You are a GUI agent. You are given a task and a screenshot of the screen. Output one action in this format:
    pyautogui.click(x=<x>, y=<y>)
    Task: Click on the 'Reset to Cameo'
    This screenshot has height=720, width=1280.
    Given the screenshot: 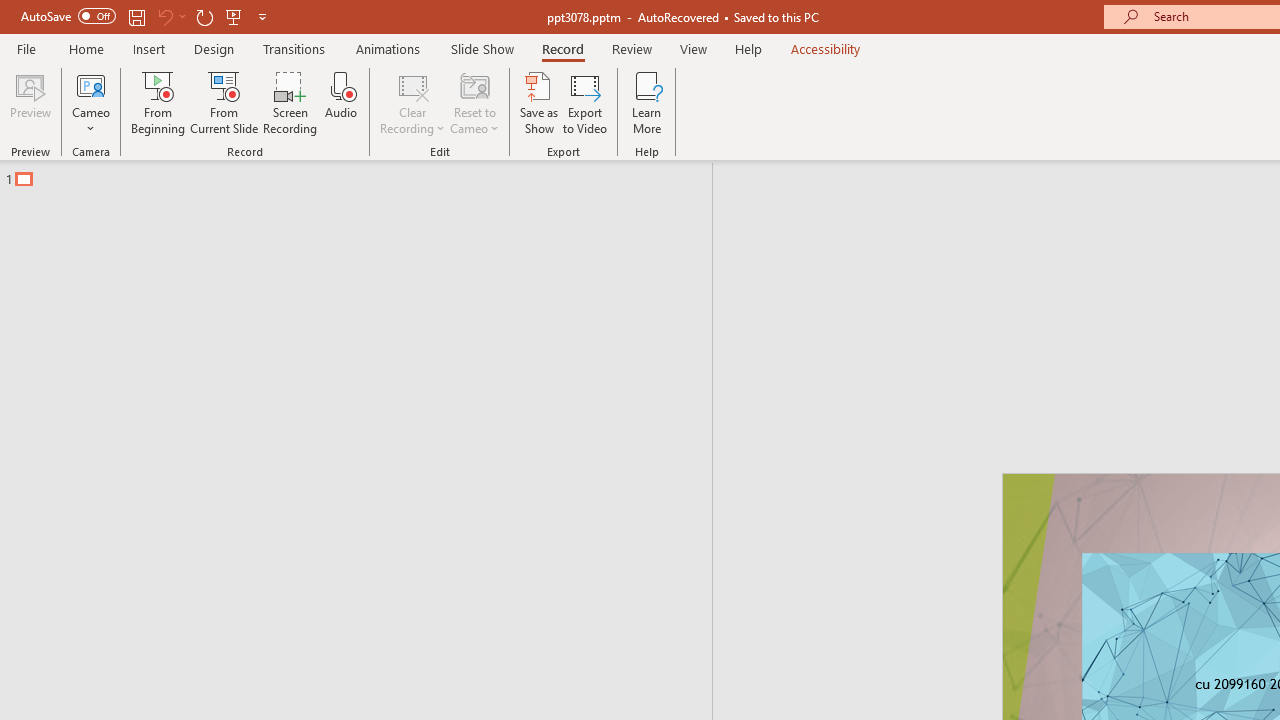 What is the action you would take?
    pyautogui.click(x=473, y=103)
    